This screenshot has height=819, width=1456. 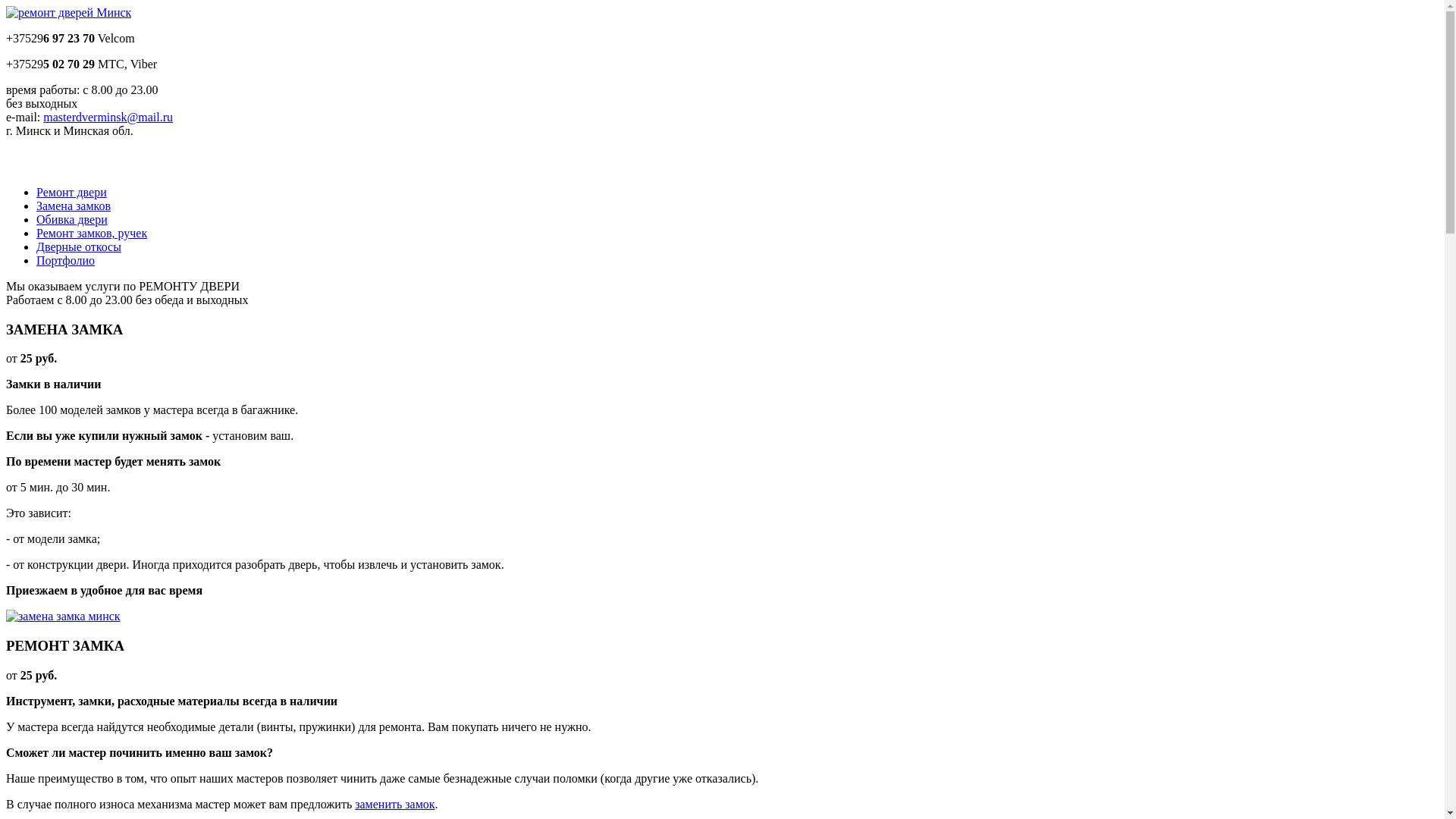 What do you see at coordinates (107, 116) in the screenshot?
I see `'masterdverminsk@mail.ru'` at bounding box center [107, 116].